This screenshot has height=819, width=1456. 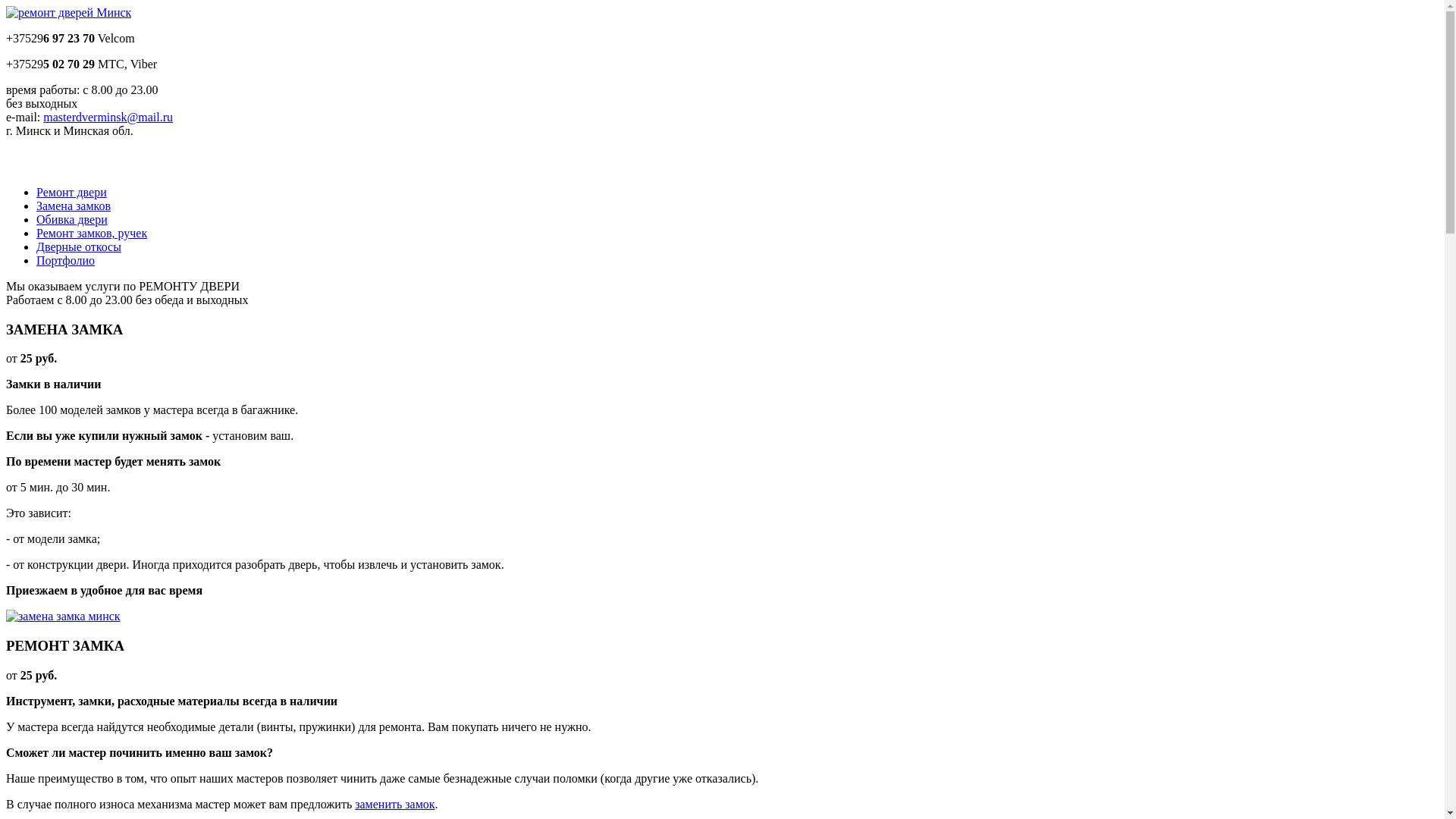 What do you see at coordinates (107, 116) in the screenshot?
I see `'masterdverminsk@mail.ru'` at bounding box center [107, 116].